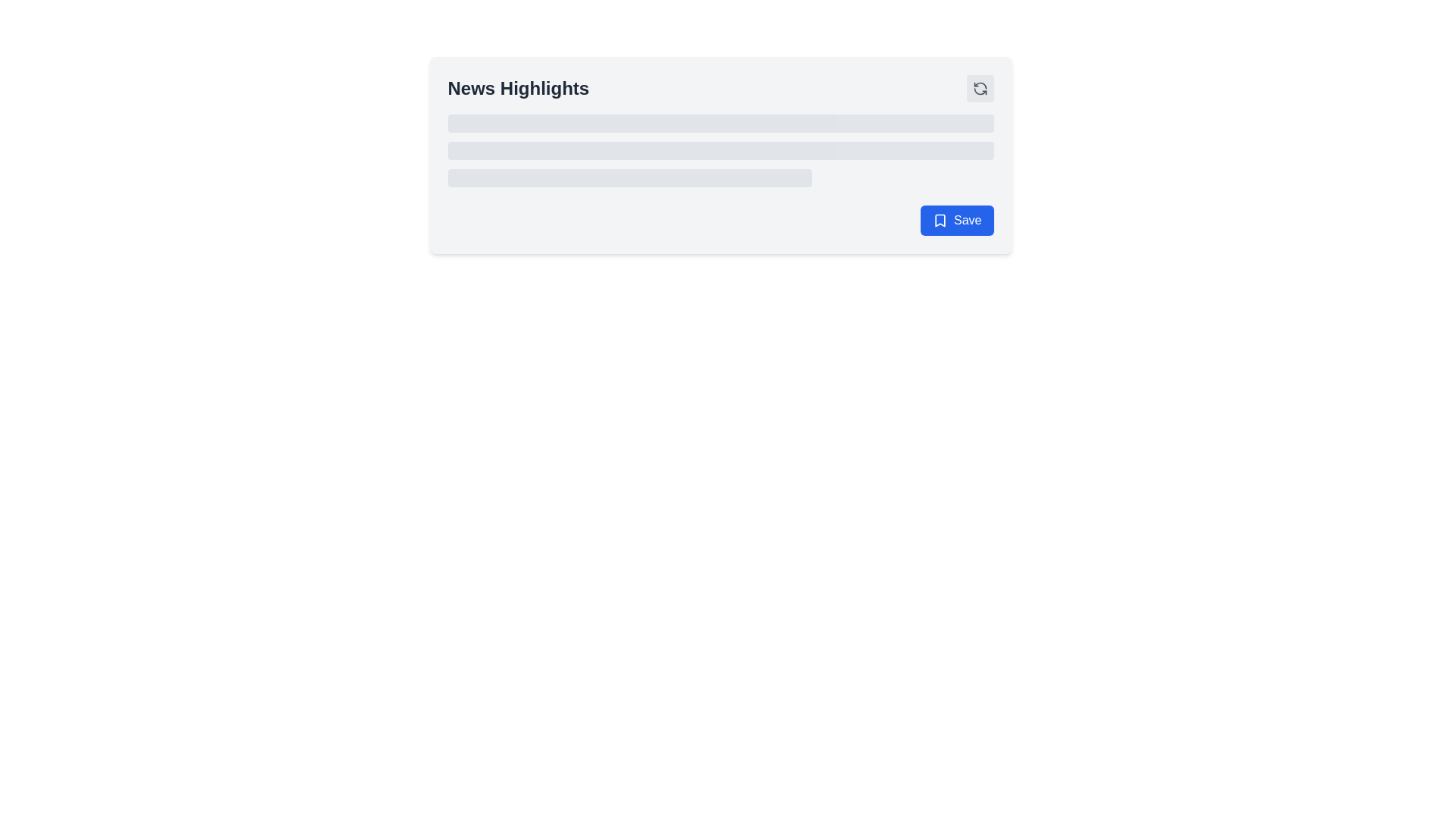  What do you see at coordinates (720, 151) in the screenshot?
I see `the visual placeholder that serves as a content loading indicator, located below the 'News Highlights' title and above the 'Save' button` at bounding box center [720, 151].